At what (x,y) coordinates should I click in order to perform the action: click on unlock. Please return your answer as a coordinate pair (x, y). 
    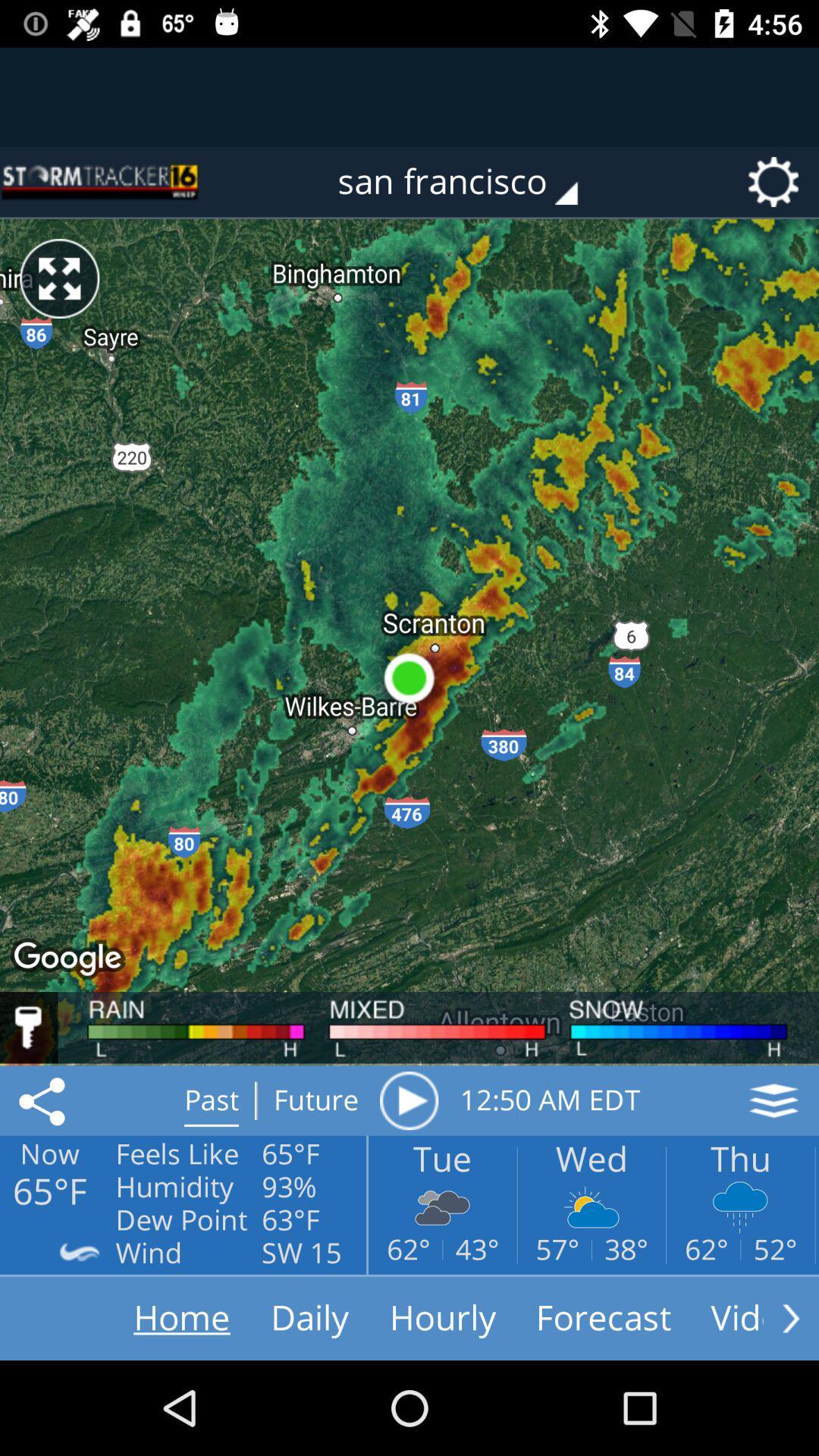
    Looking at the image, I should click on (29, 1028).